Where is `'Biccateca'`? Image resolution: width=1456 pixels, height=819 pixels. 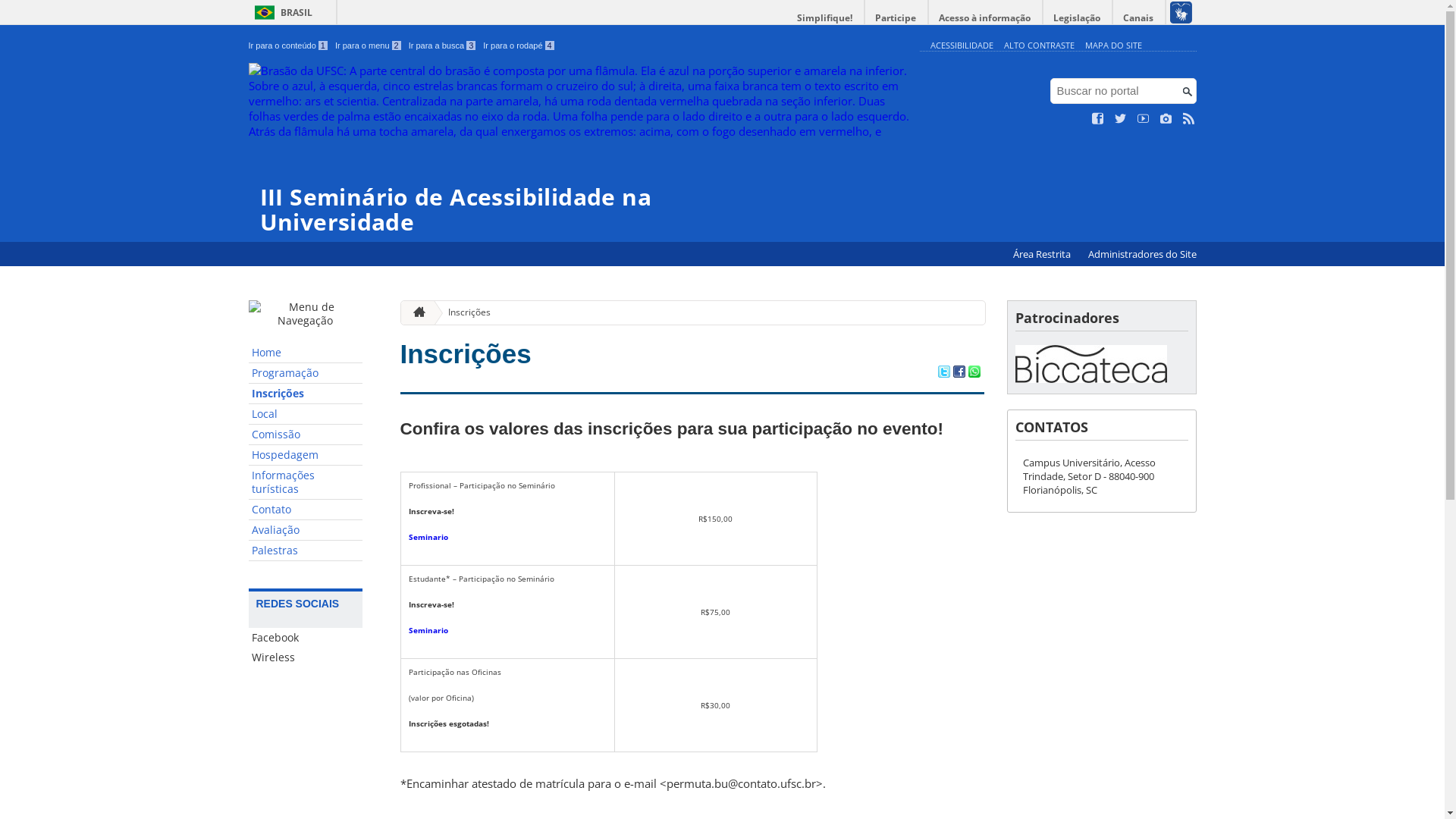 'Biccateca' is located at coordinates (1090, 378).